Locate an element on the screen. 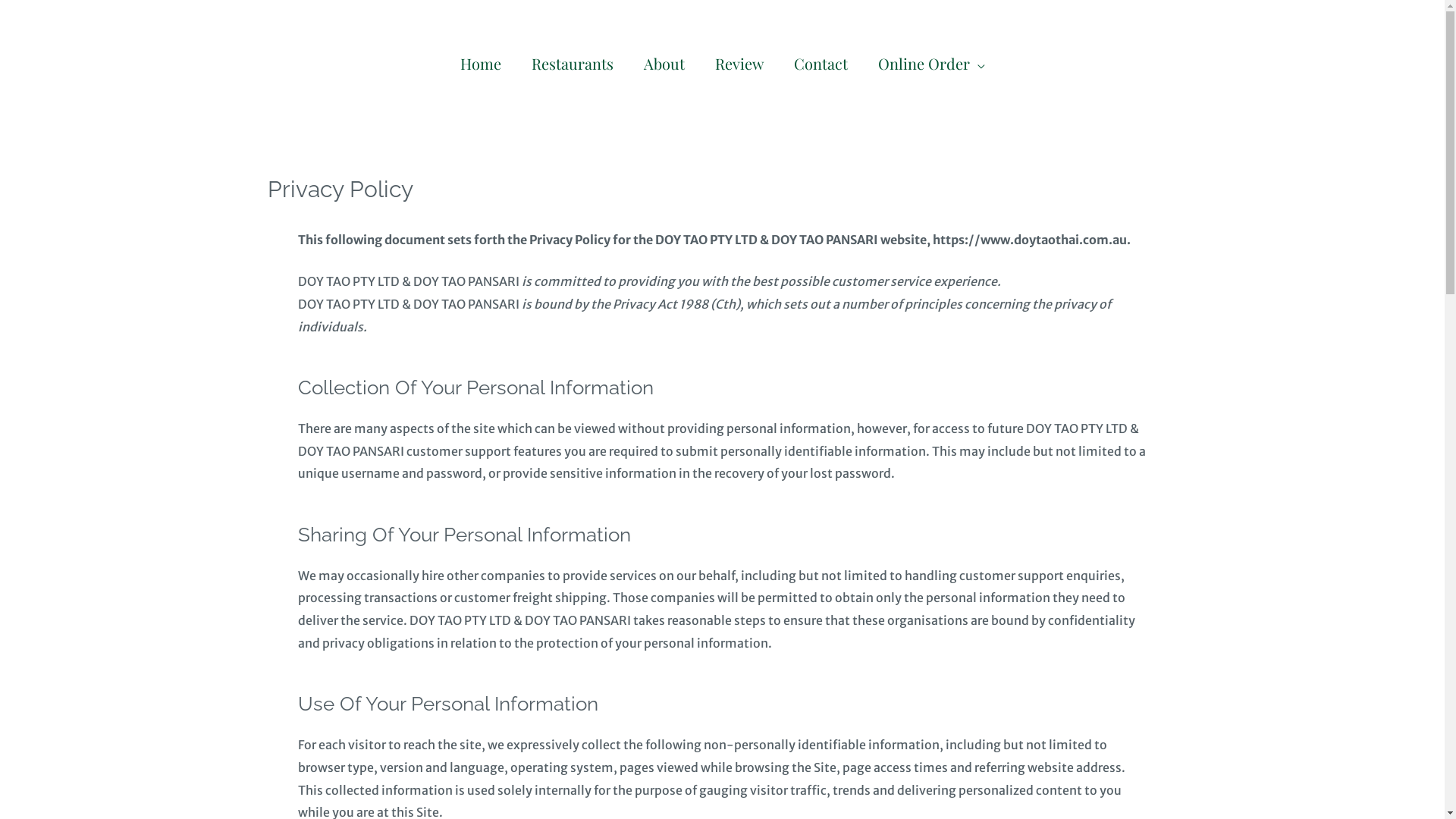  'Restaurants' is located at coordinates (516, 61).